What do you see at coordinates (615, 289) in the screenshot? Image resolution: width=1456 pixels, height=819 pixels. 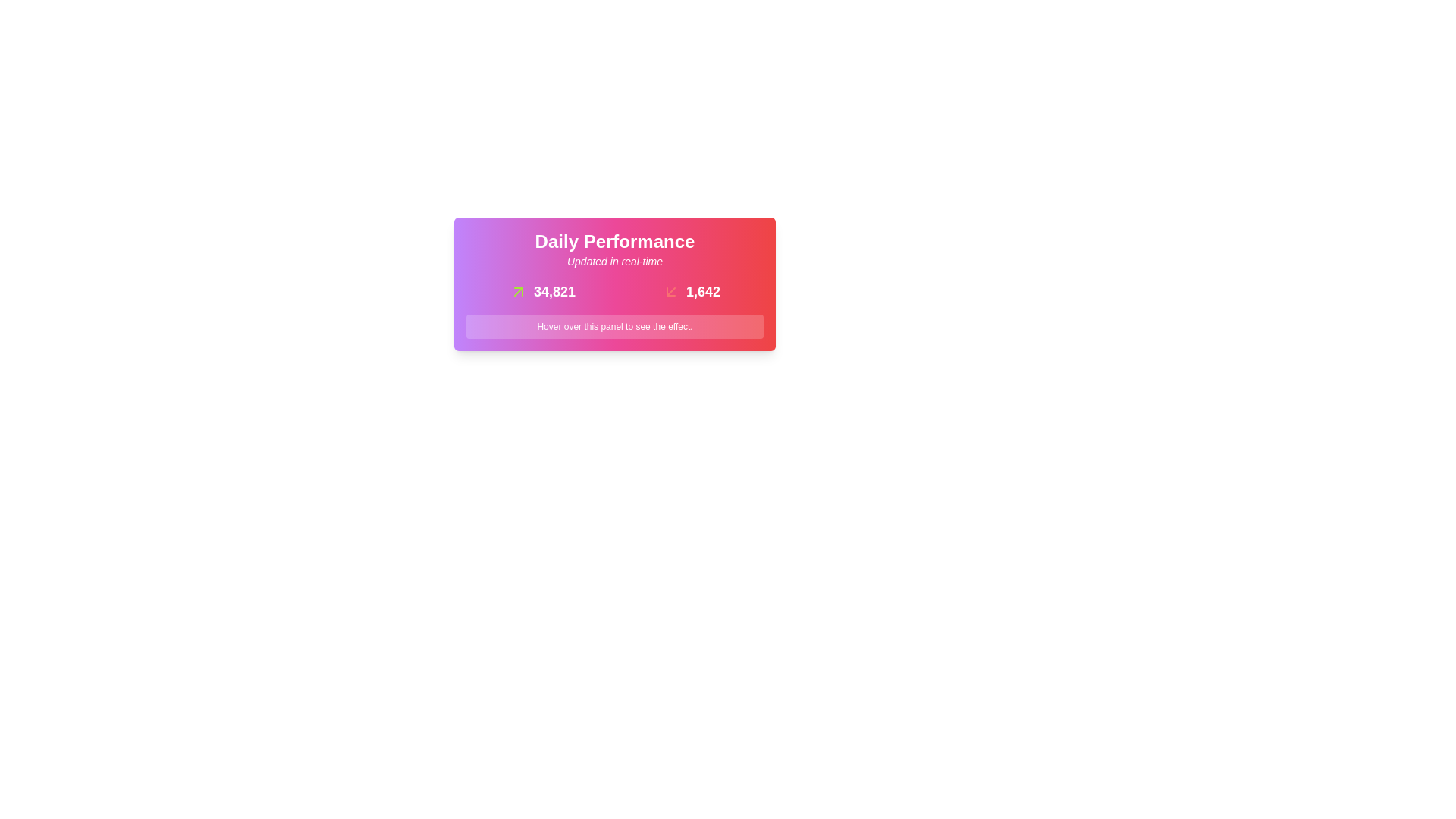 I see `the Performance Metrics Display that shows '34,821' on the left with a green upward arrow and '1,642' on the right with a red downward arrow, located below the 'Updated in real-time' subtitle` at bounding box center [615, 289].